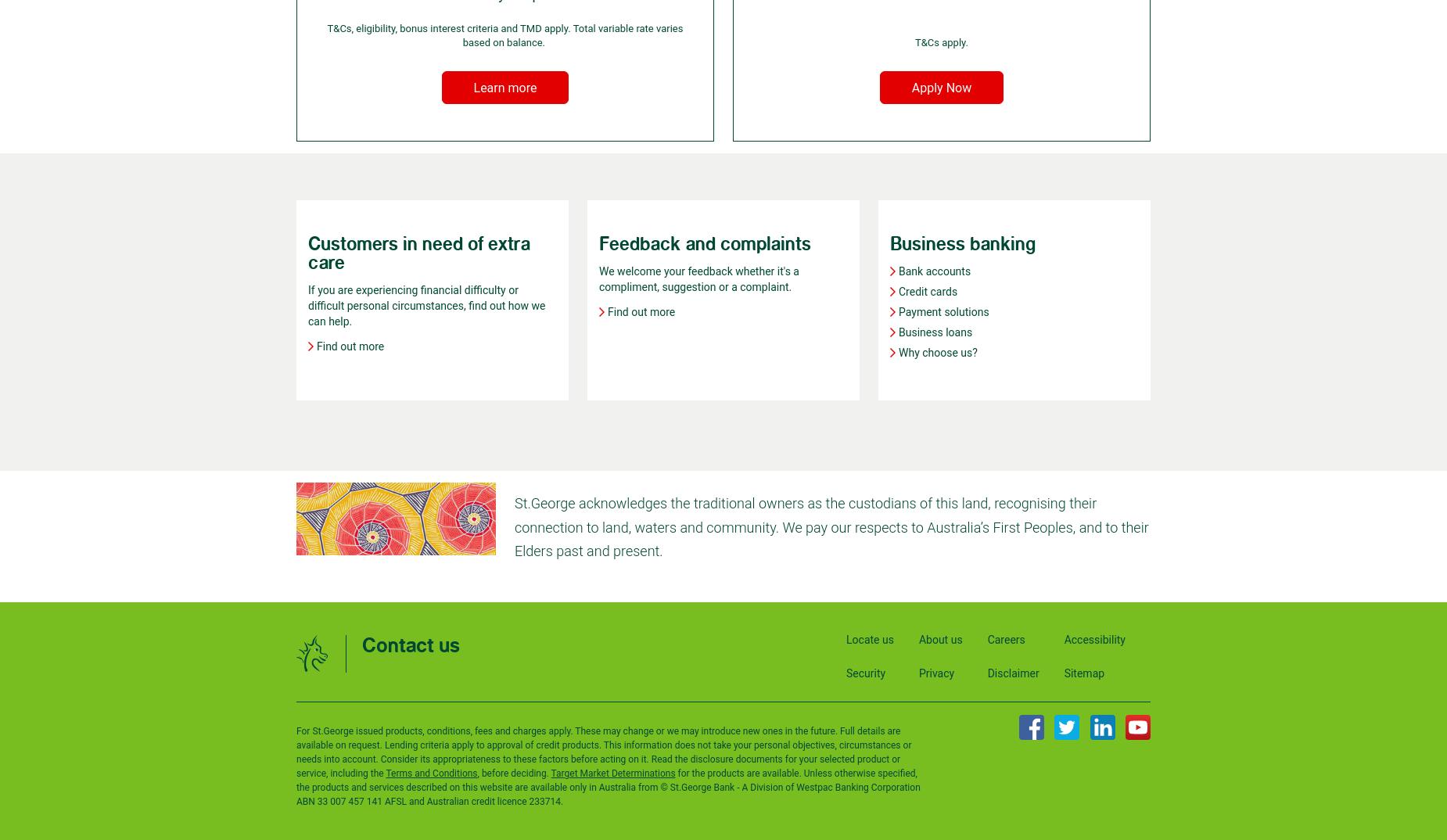 The width and height of the screenshot is (1447, 840). I want to click on 'Feedback and complaints', so click(705, 243).